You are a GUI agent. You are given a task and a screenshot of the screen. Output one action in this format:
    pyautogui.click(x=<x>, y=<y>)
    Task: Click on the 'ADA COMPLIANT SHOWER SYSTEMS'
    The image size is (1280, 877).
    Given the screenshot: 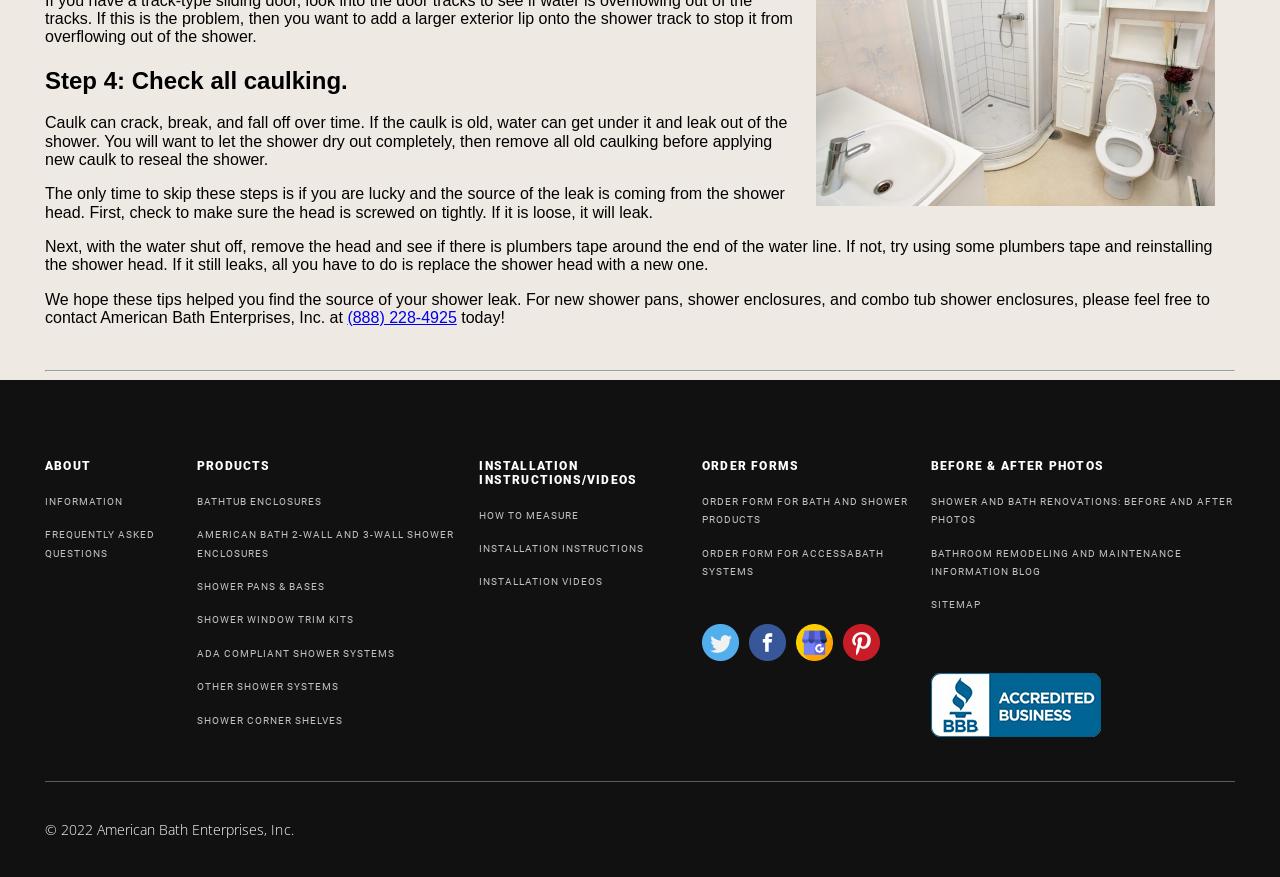 What is the action you would take?
    pyautogui.click(x=295, y=652)
    